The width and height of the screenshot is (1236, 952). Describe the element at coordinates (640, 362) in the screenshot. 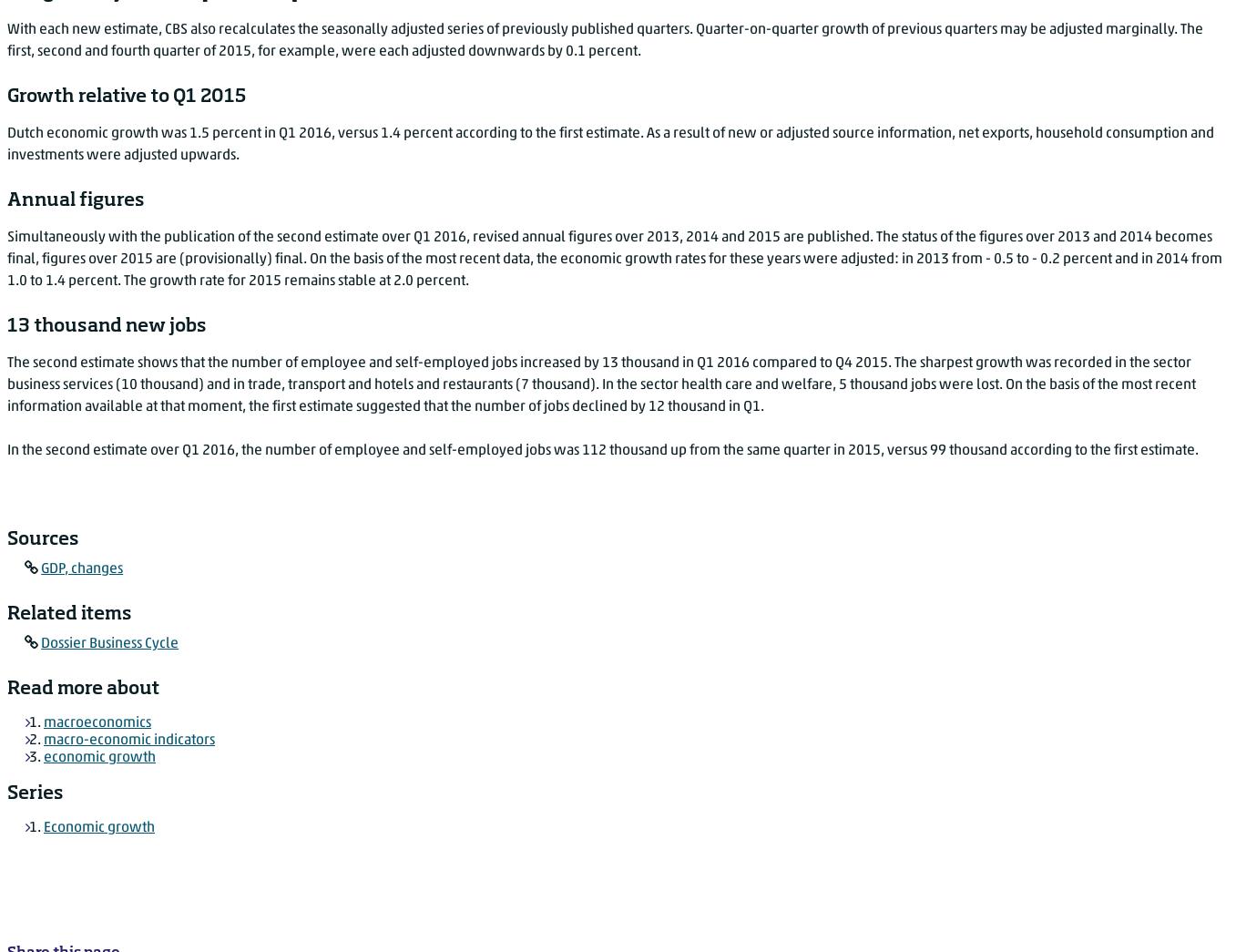

I see `'13 thousand'` at that location.